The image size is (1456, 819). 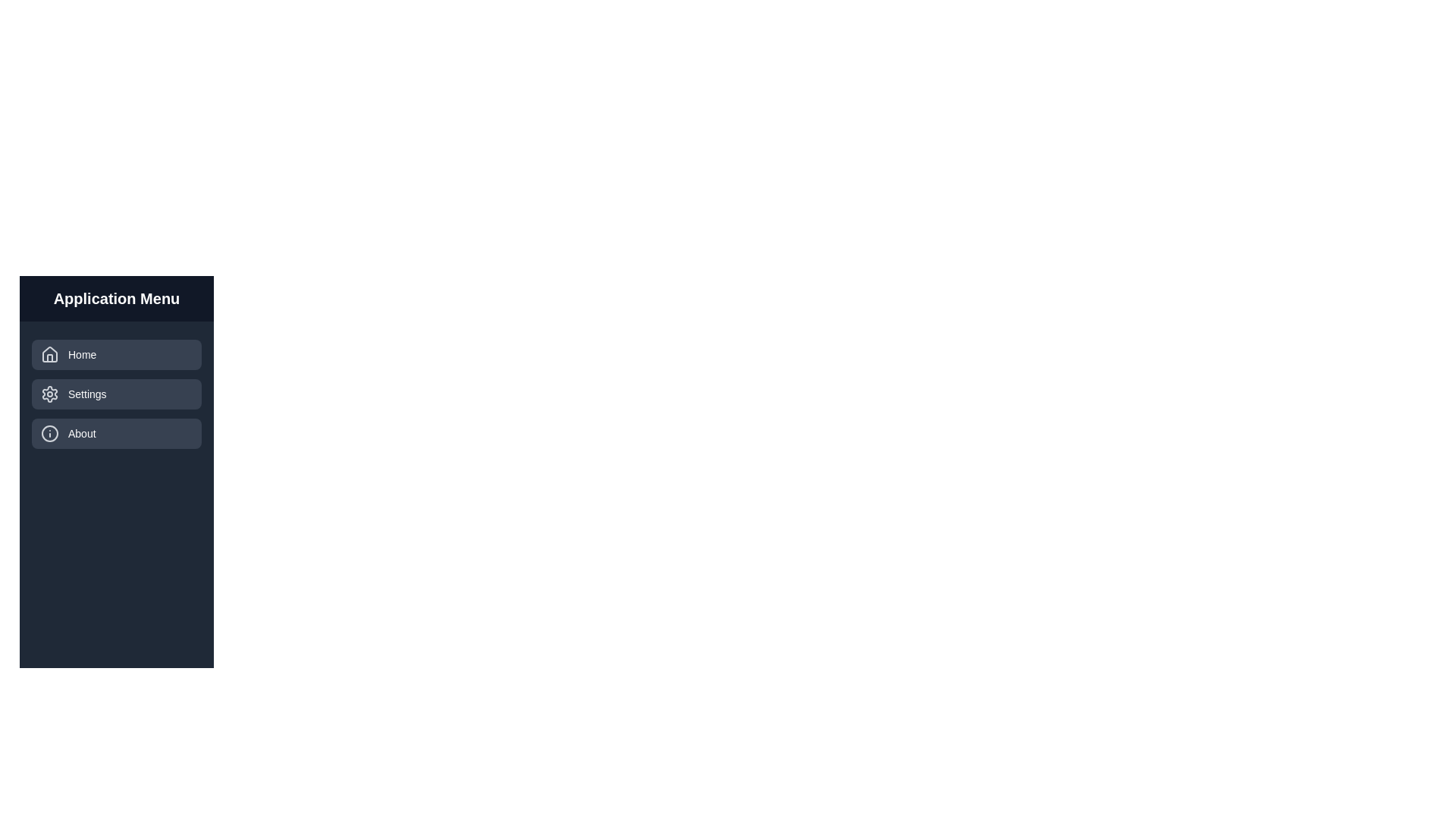 What do you see at coordinates (115, 394) in the screenshot?
I see `the menu item Settings to display its hover effect` at bounding box center [115, 394].